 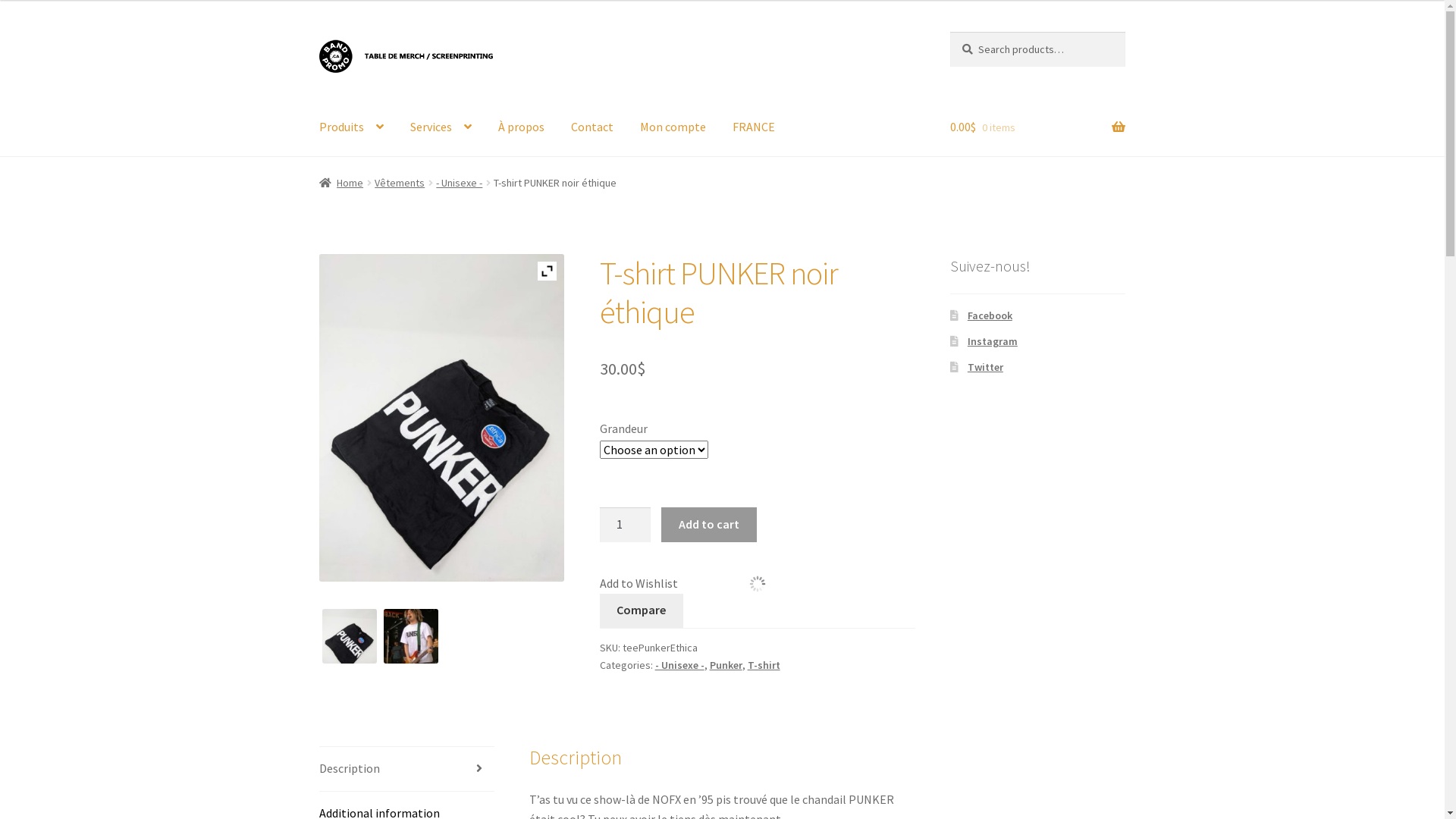 What do you see at coordinates (661, 523) in the screenshot?
I see `'Add to cart'` at bounding box center [661, 523].